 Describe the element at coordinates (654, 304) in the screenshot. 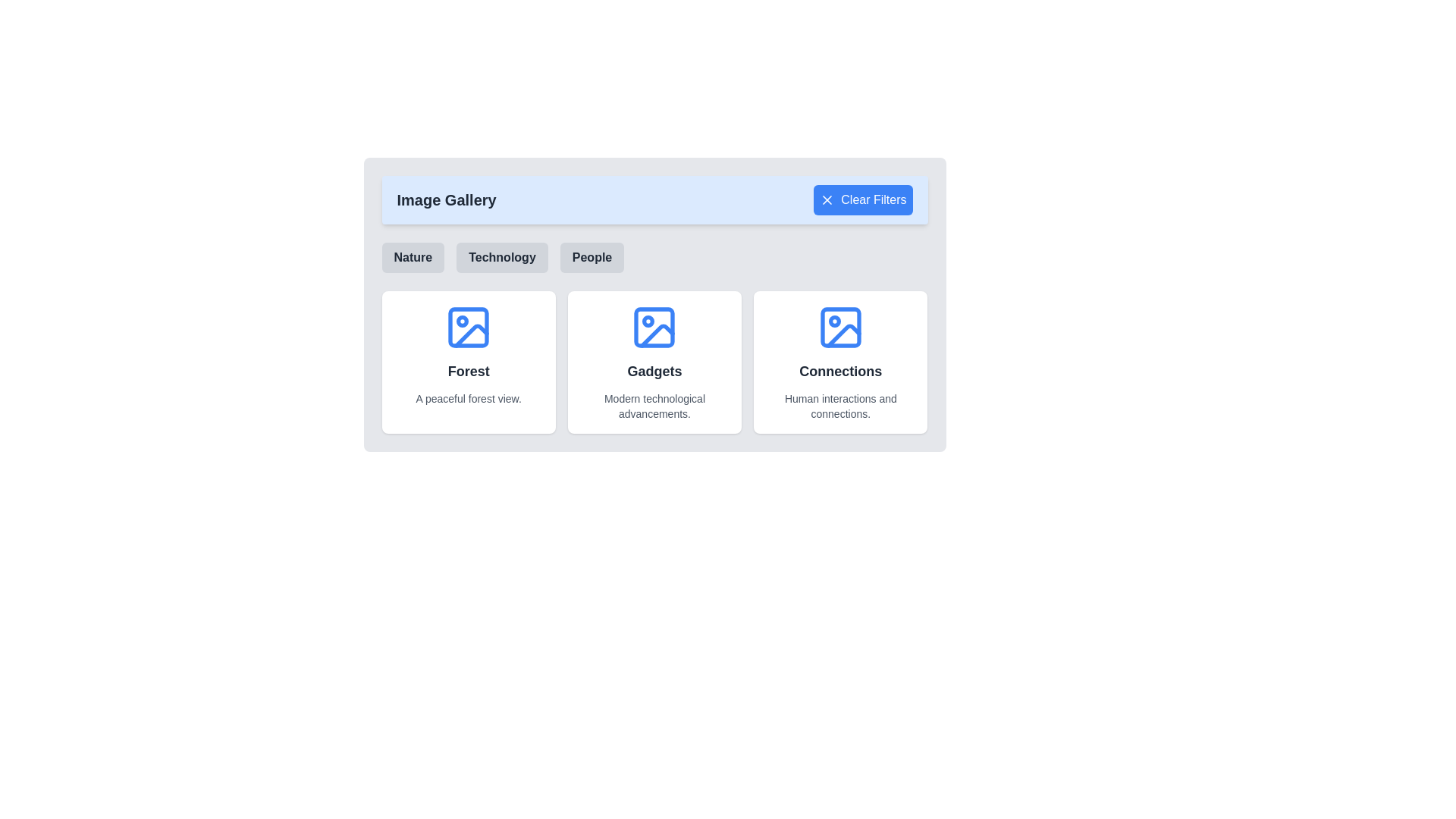

I see `the Informational Card that provides information about 'Gadgets', located in the second column of a three-column grid layout, below the filter buttons labeled 'Nature', 'Technology', and 'People'` at that location.